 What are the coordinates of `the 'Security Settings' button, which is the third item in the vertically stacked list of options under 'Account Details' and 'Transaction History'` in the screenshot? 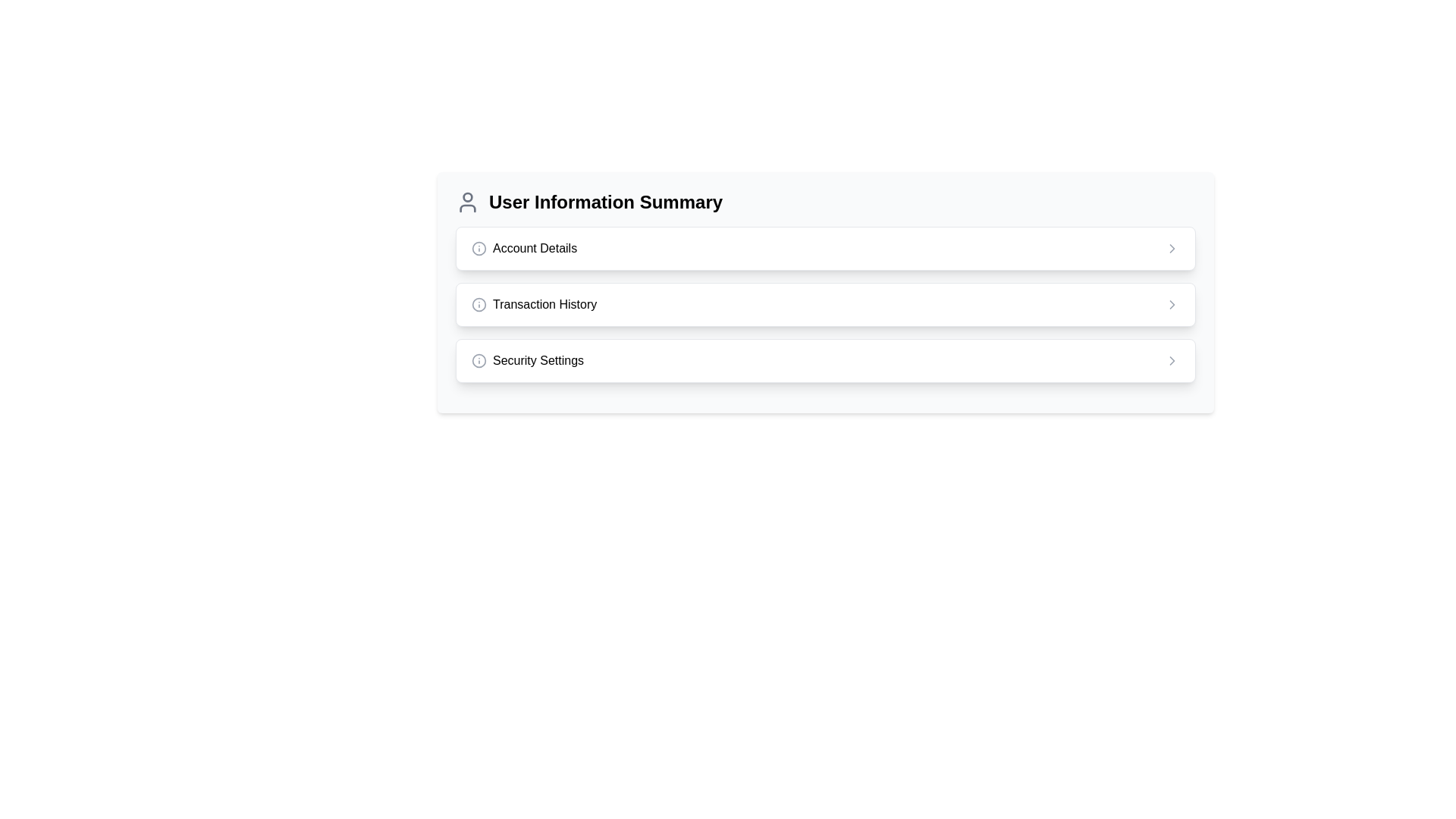 It's located at (825, 360).